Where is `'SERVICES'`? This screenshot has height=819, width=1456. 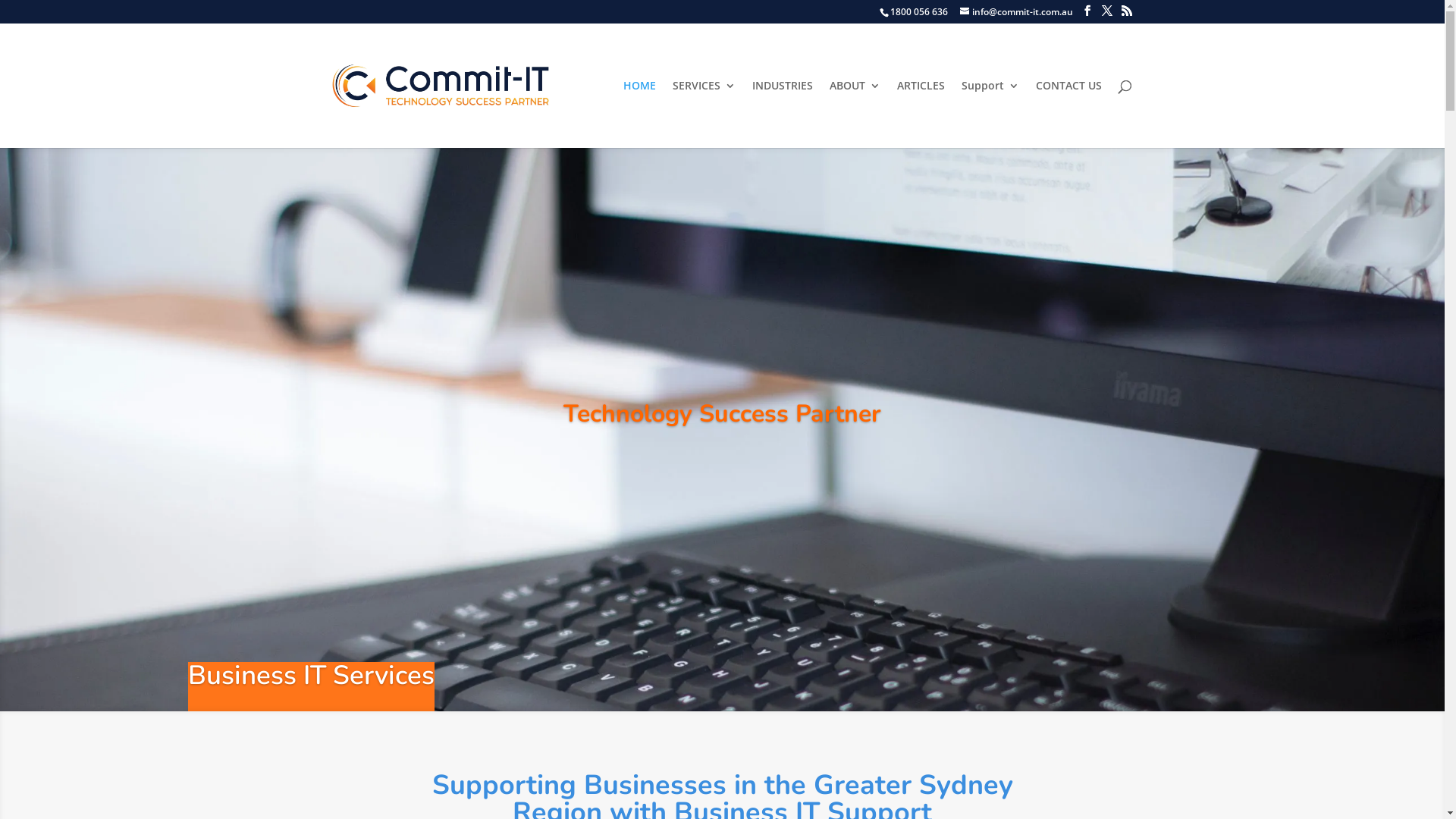 'SERVICES' is located at coordinates (702, 113).